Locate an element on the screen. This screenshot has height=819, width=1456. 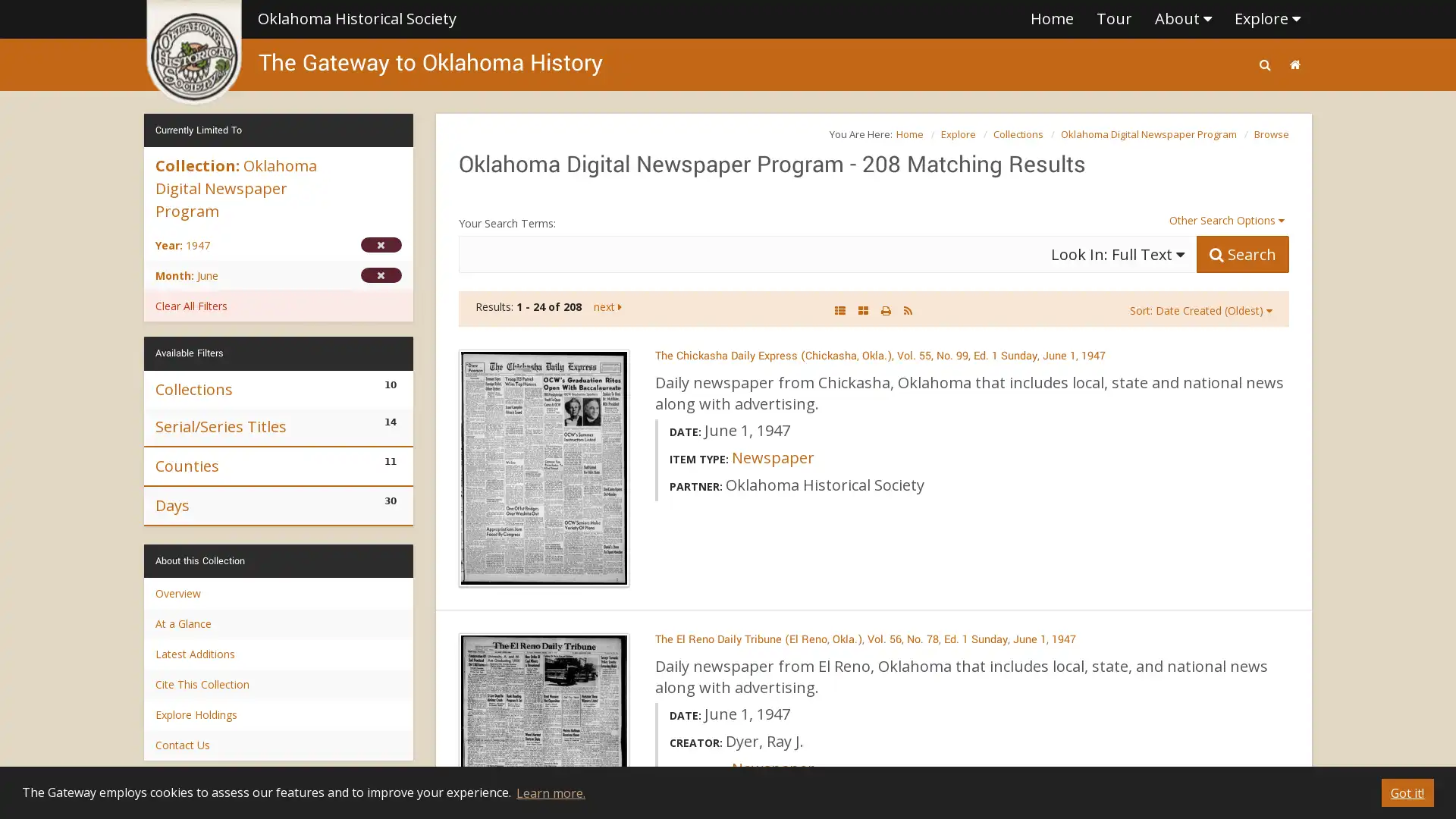
Sort: Date Created (Oldest) is located at coordinates (1200, 309).